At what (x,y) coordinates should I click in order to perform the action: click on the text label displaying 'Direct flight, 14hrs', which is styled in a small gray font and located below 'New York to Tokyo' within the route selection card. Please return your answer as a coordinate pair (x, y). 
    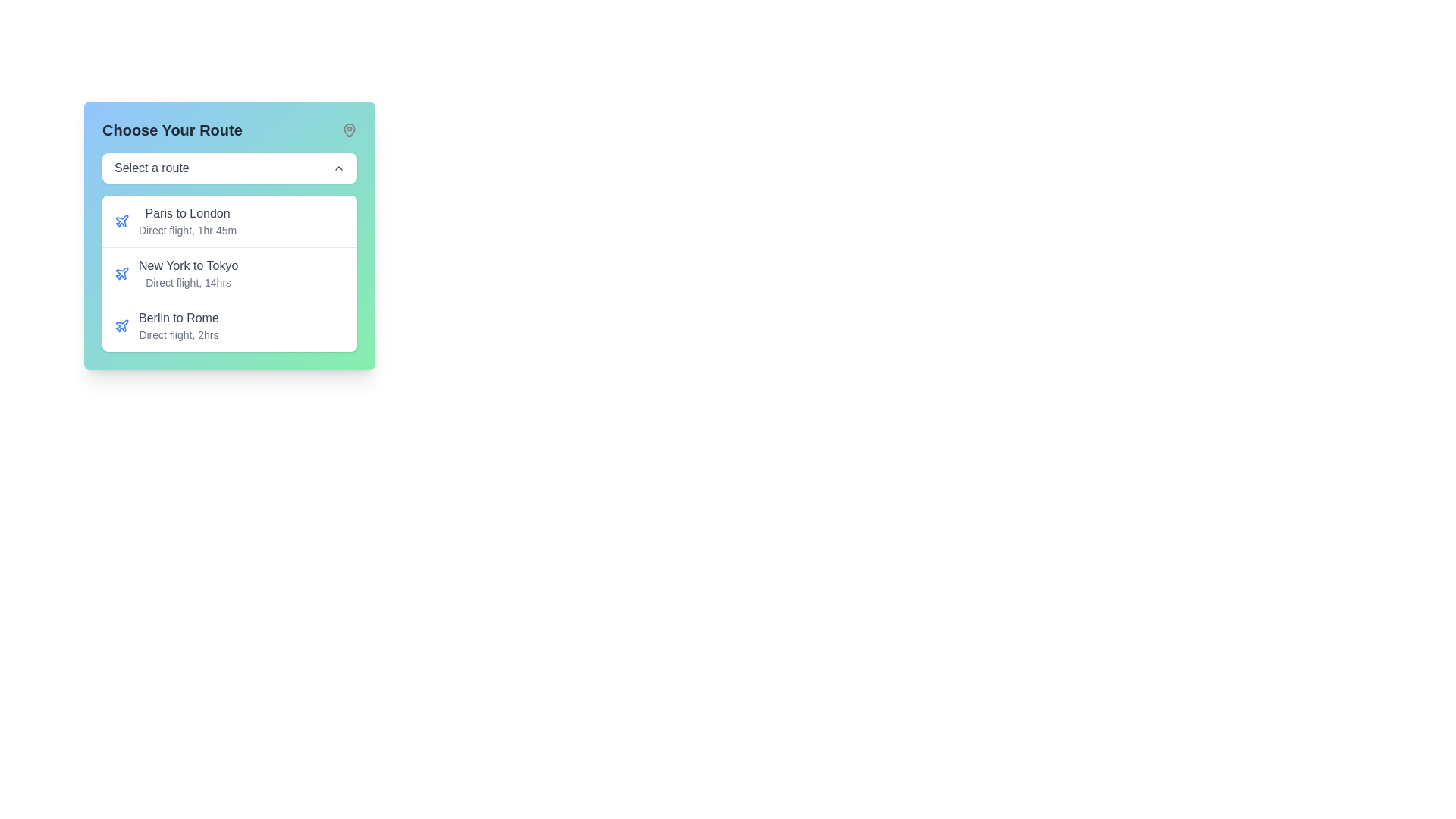
    Looking at the image, I should click on (187, 283).